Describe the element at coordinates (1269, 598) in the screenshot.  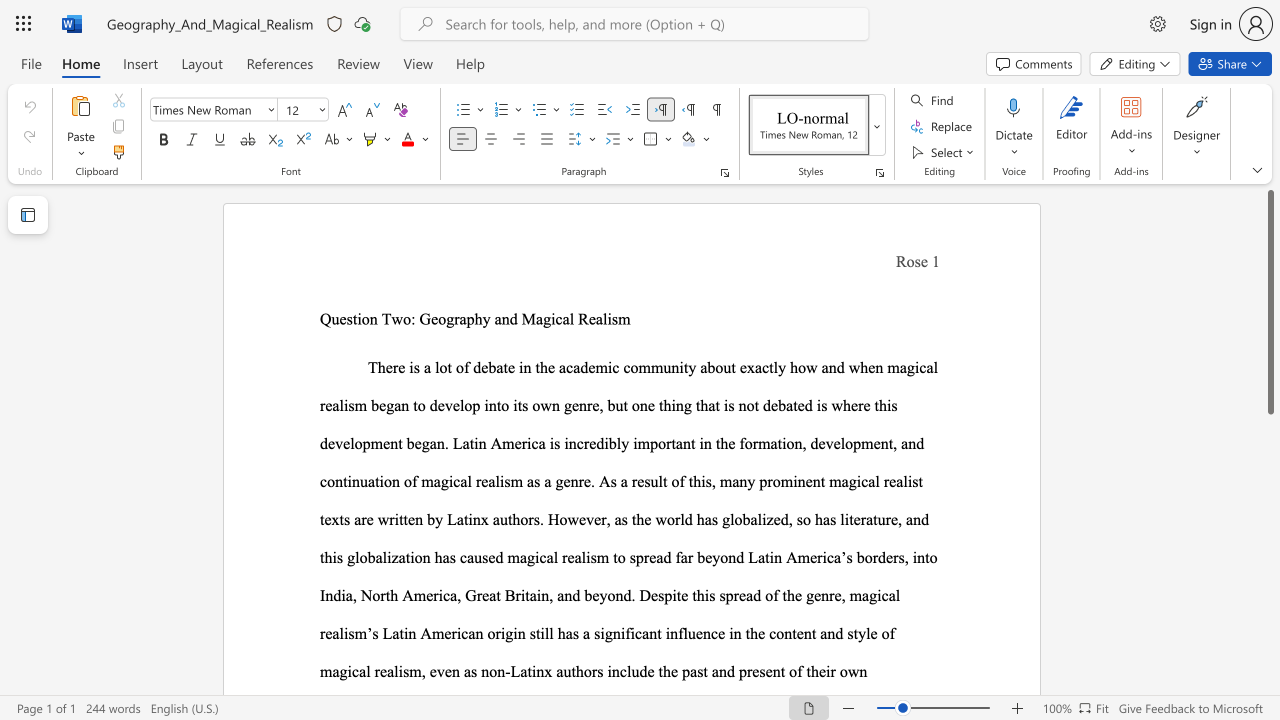
I see `the side scrollbar to bring the page down` at that location.